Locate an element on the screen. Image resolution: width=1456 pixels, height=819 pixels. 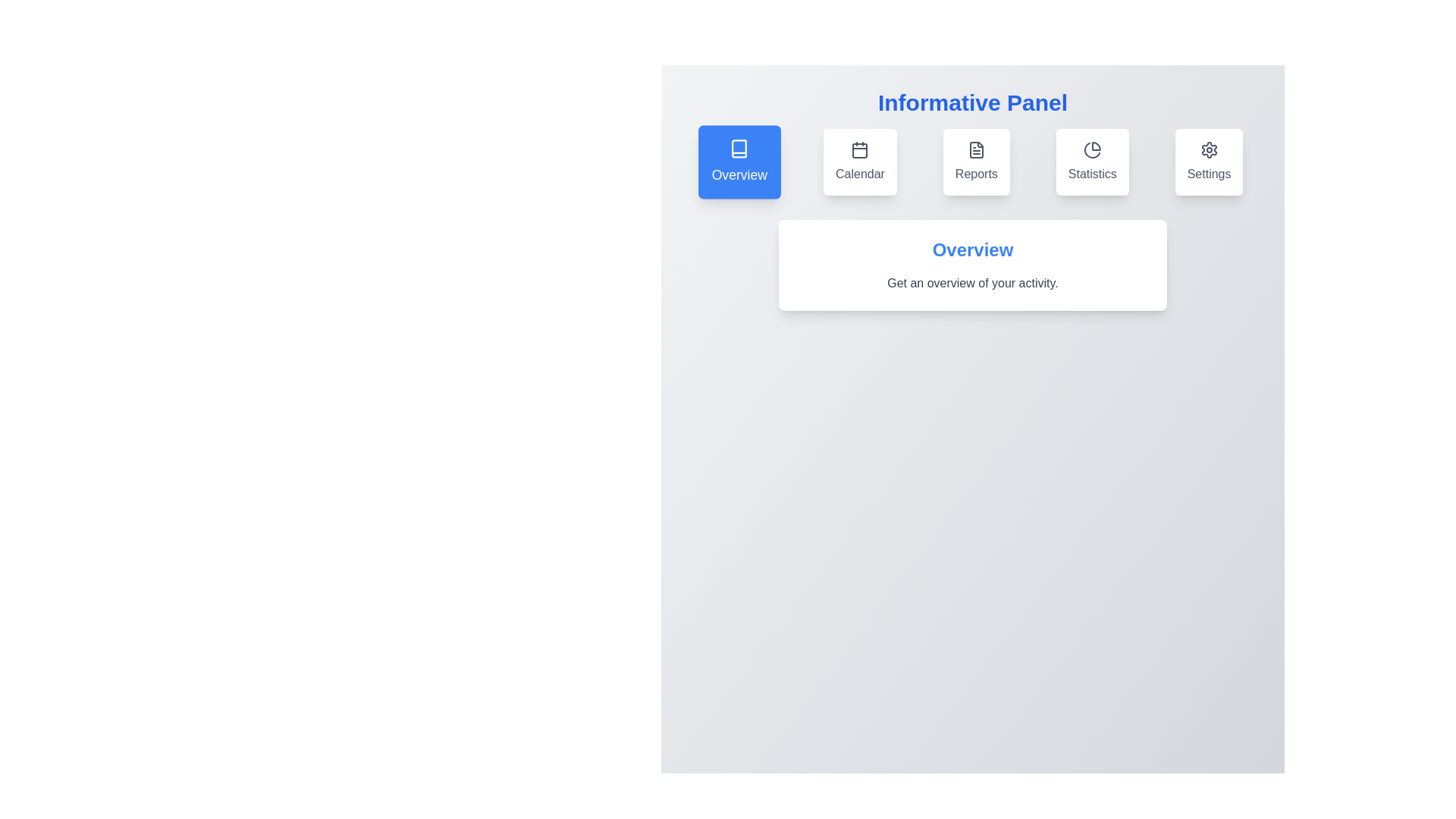
the gear icon representing settings, located in the top-right corner of the interface, above the 'Settings' label is located at coordinates (1207, 149).